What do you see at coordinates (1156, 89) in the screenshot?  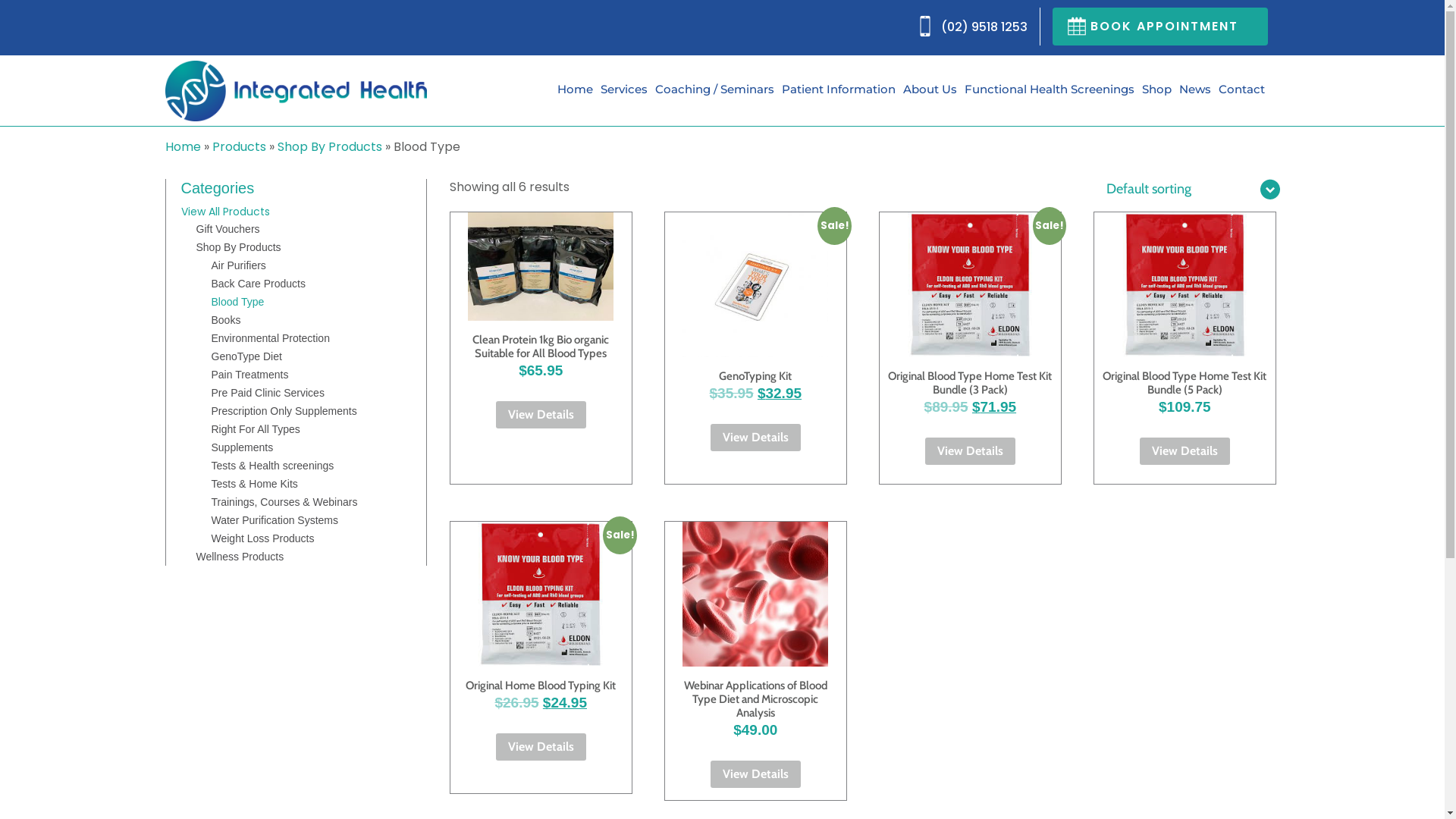 I see `'Shop'` at bounding box center [1156, 89].